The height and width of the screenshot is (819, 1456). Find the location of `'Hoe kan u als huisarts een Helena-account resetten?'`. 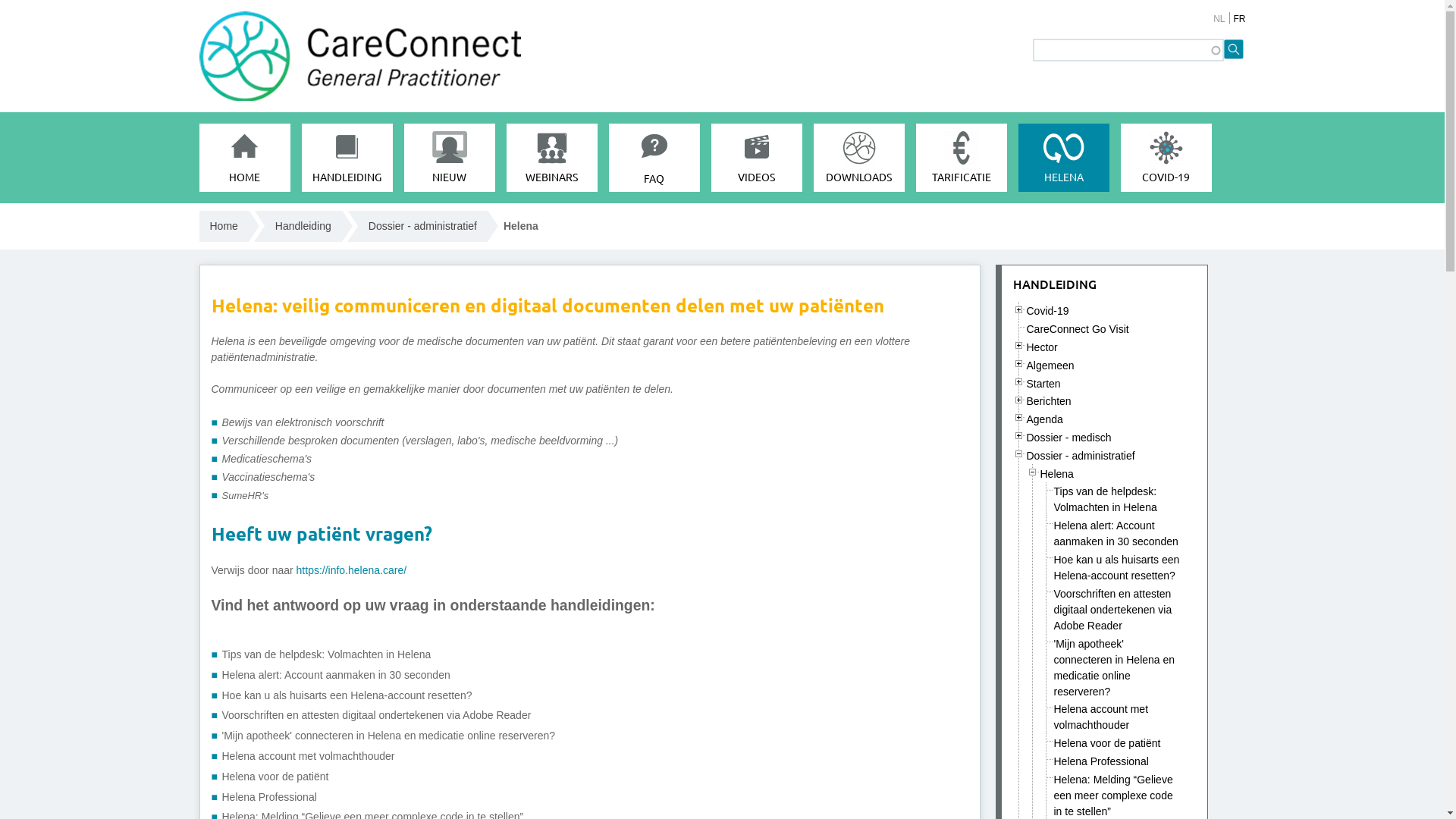

'Hoe kan u als huisarts een Helena-account resetten?' is located at coordinates (345, 695).